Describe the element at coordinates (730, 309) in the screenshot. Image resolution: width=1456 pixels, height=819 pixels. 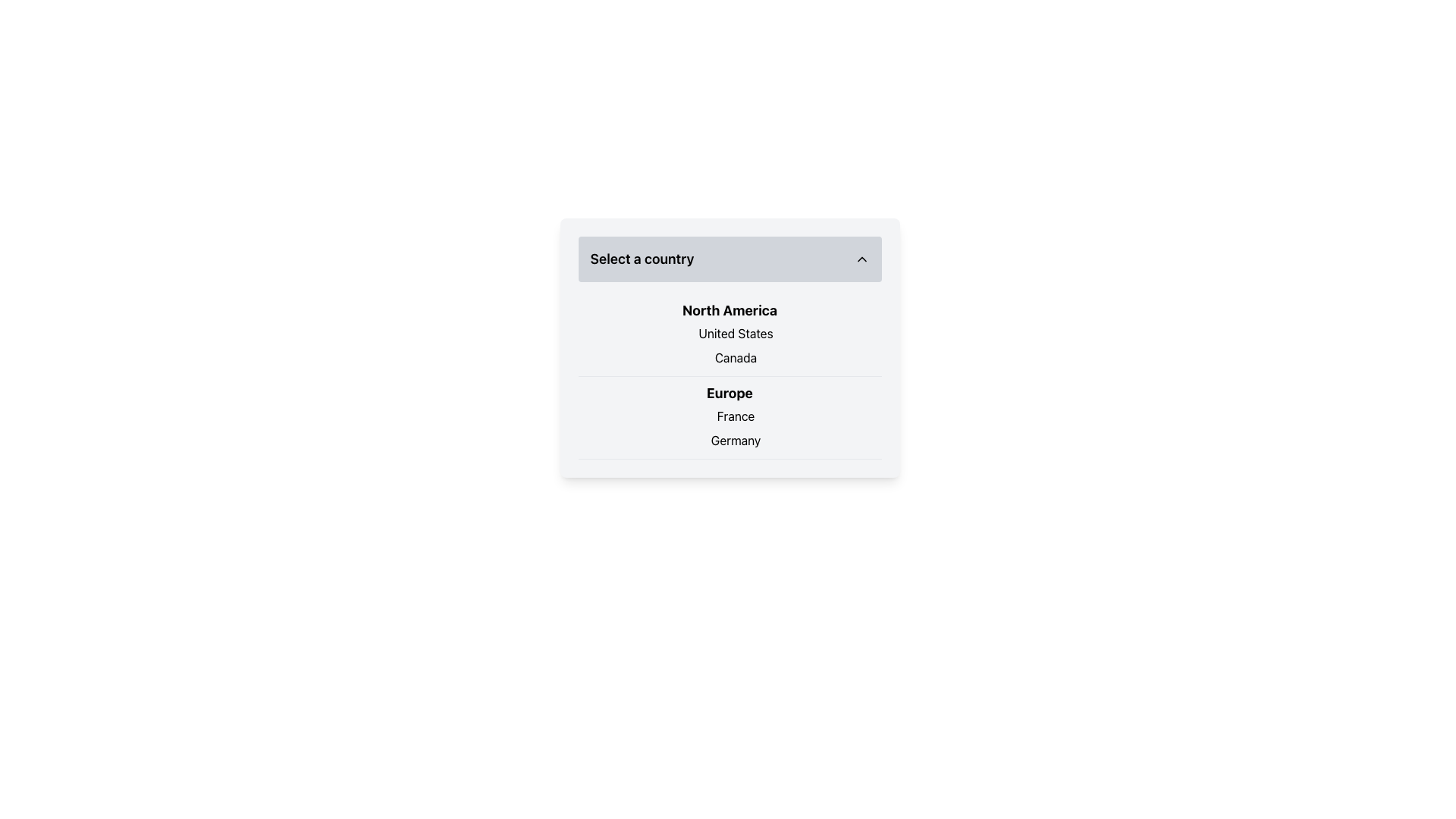
I see `the 'North America' text label, which is styled with bold black font and larger than surrounding elements, located in the dropdown menu under 'Select a country'` at that location.